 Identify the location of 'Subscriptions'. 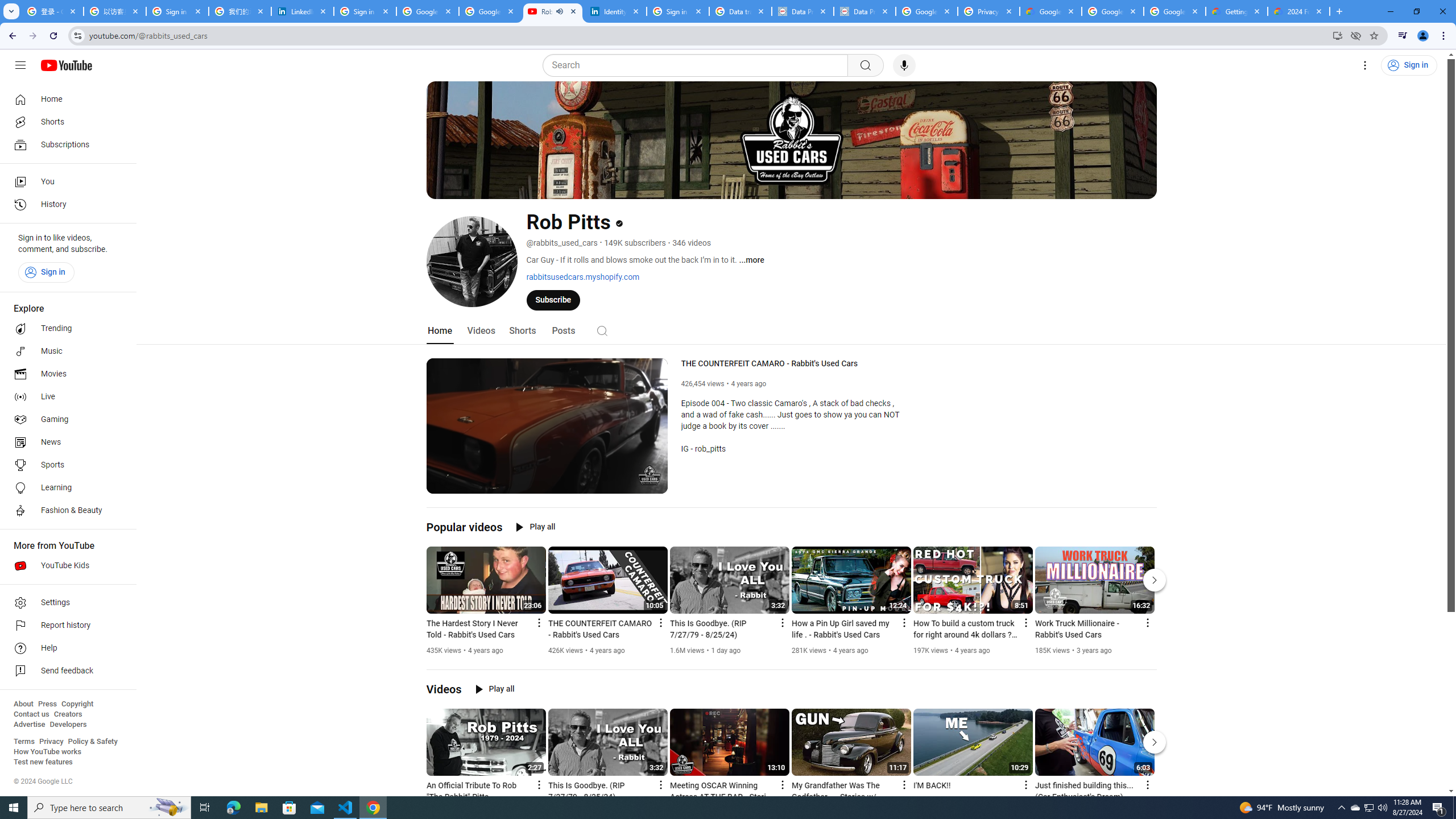
(64, 144).